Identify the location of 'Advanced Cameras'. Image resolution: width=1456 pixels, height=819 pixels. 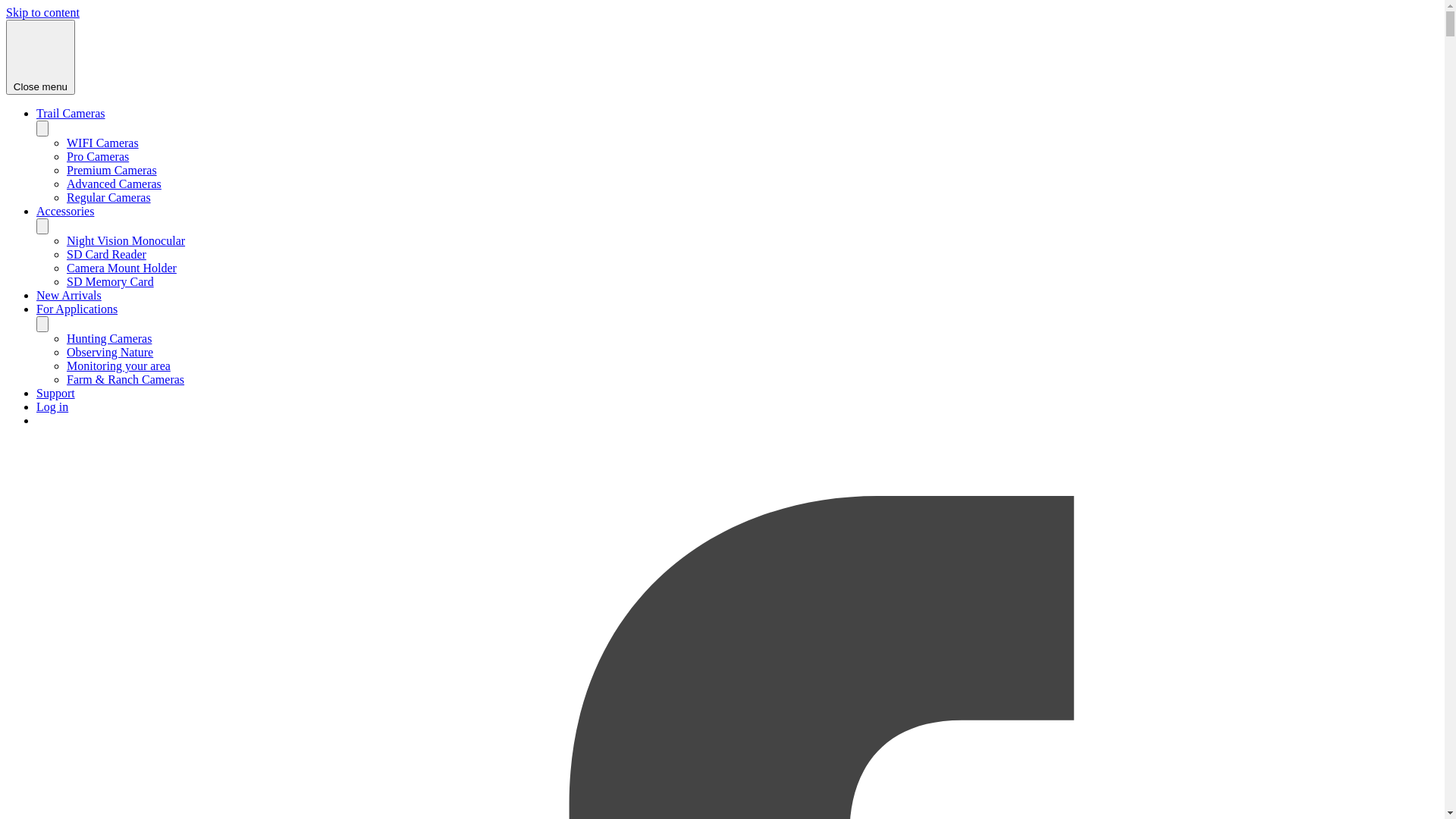
(113, 183).